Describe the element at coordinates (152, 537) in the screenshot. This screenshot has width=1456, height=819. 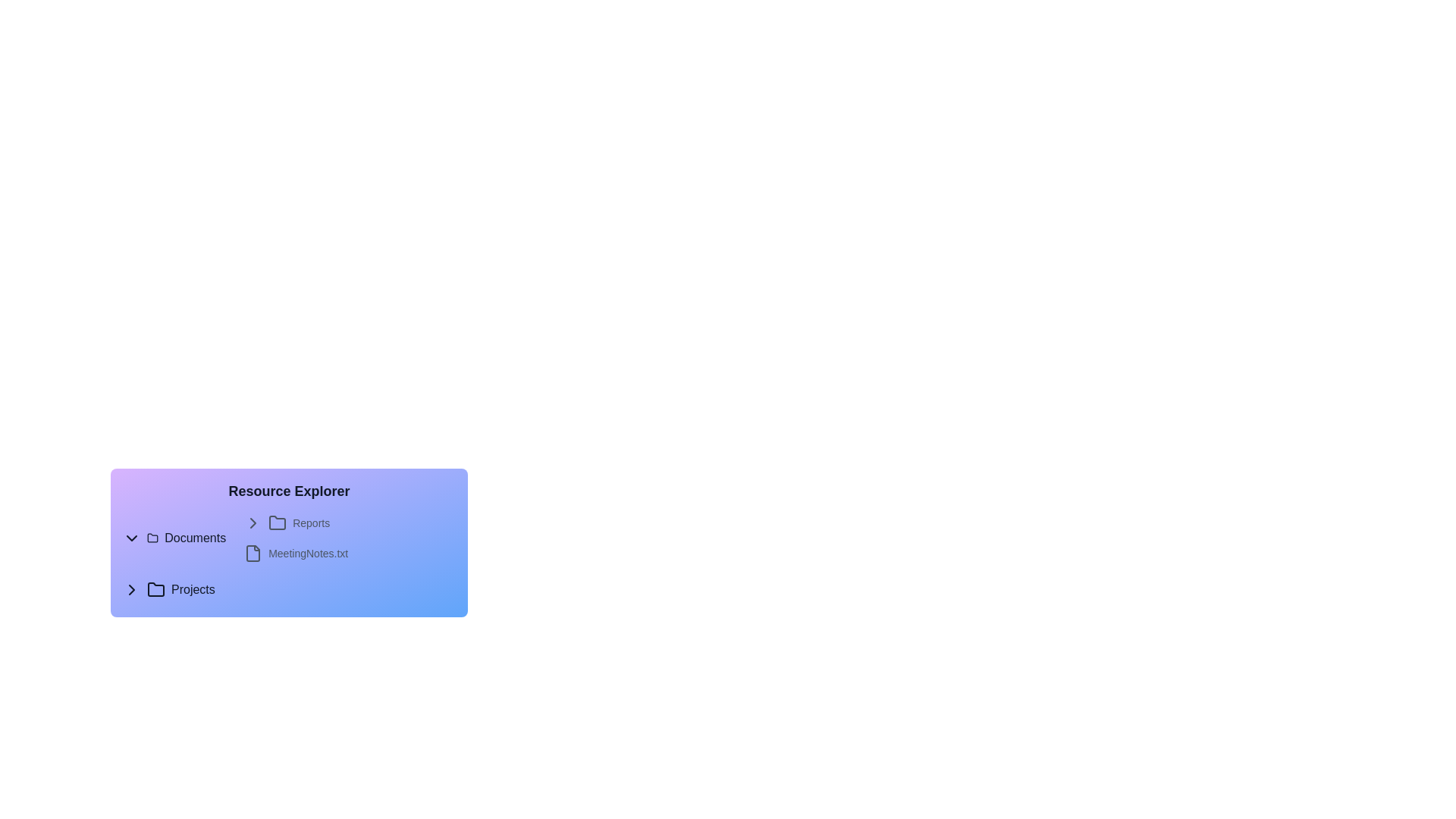
I see `the Folder icon located in the 'Resource Explorer' interface under the 'Documents' section, specifically to the left of the text 'Reports'` at that location.